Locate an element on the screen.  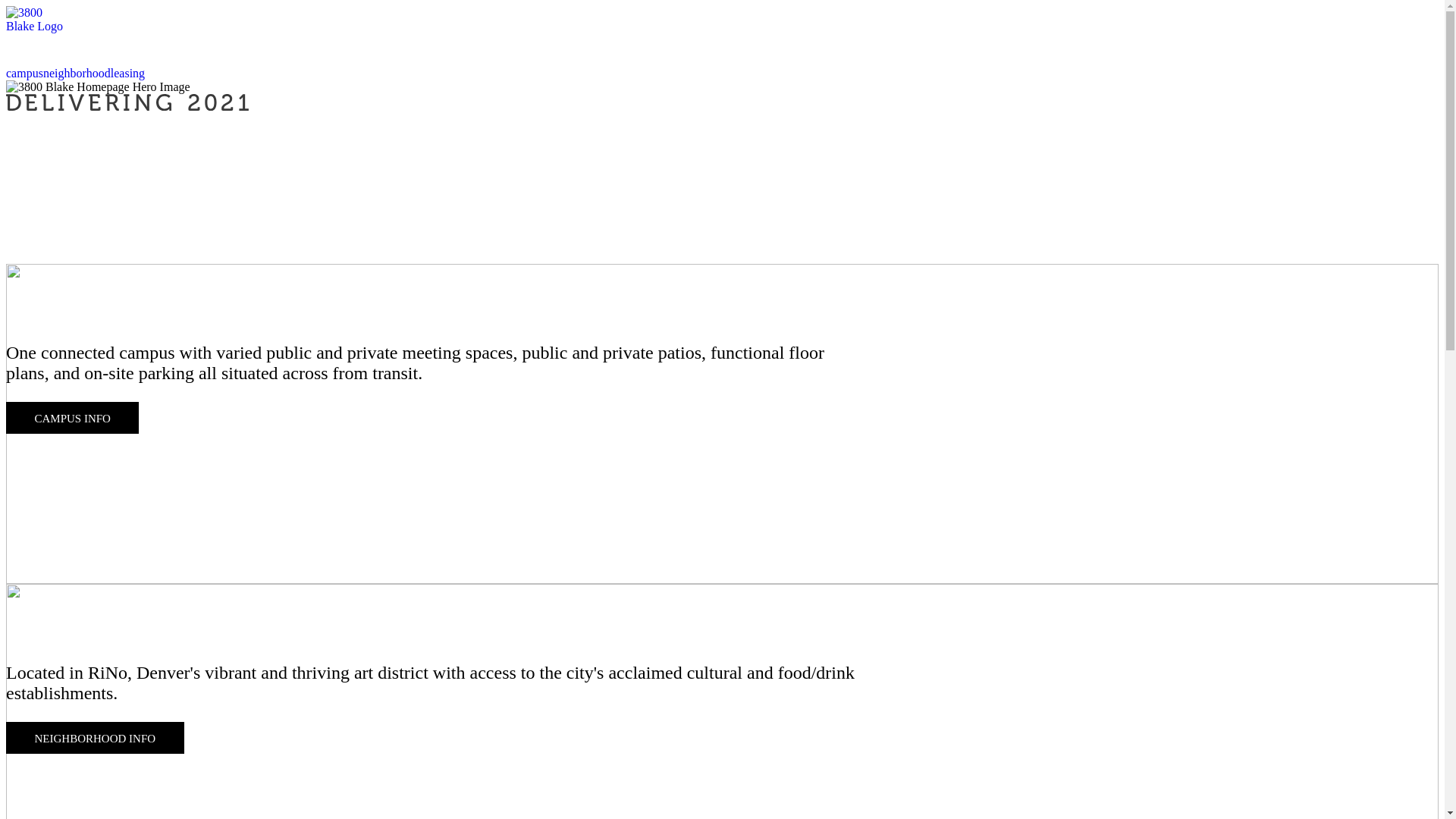
'CAMPUS INFO' is located at coordinates (71, 418).